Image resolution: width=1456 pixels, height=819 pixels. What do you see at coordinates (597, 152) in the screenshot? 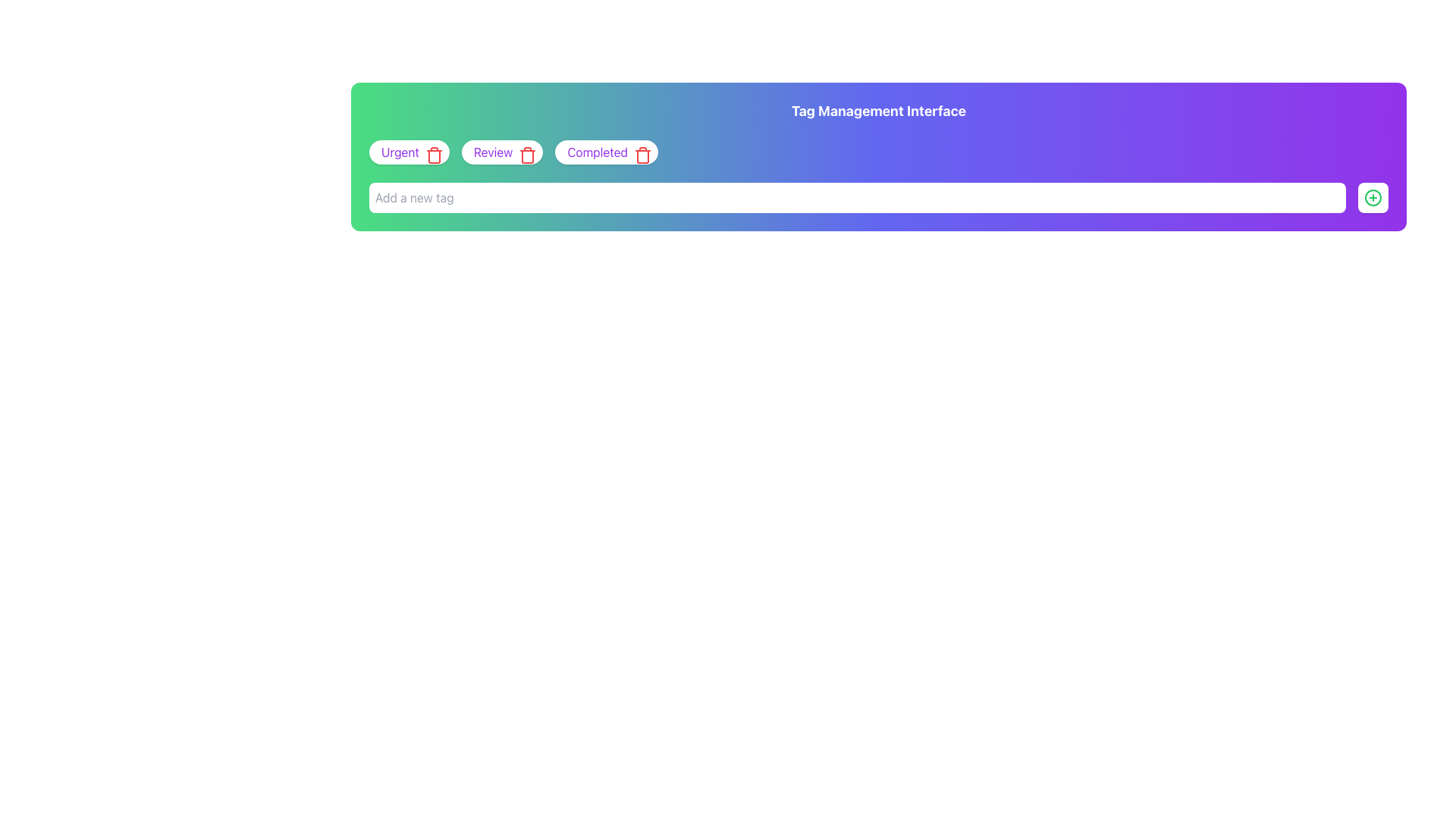
I see `the text label that indicates 'Completed', which is the third tag in a horizontal row of similarly styled tags` at bounding box center [597, 152].